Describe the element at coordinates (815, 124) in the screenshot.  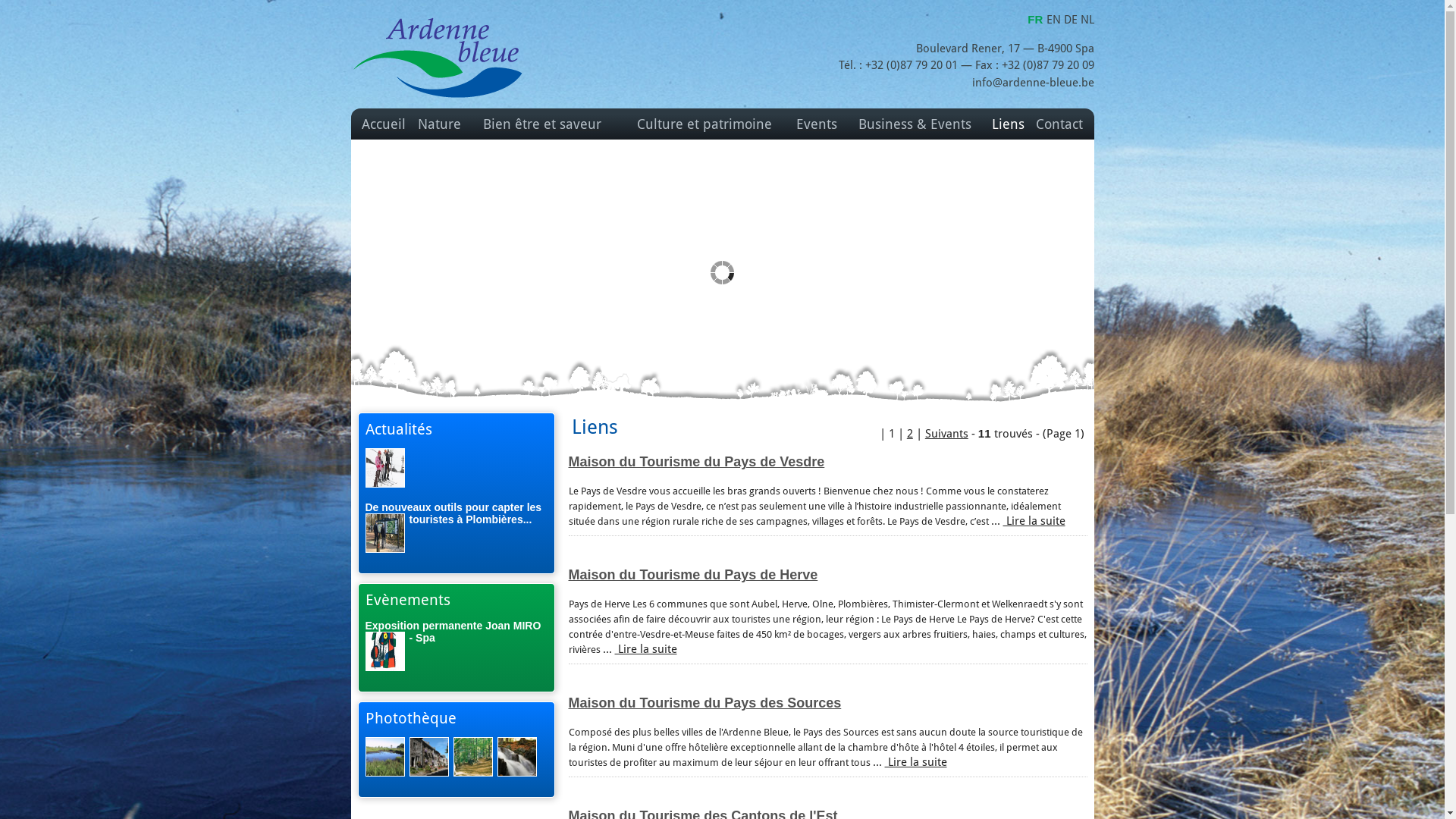
I see `'Events'` at that location.